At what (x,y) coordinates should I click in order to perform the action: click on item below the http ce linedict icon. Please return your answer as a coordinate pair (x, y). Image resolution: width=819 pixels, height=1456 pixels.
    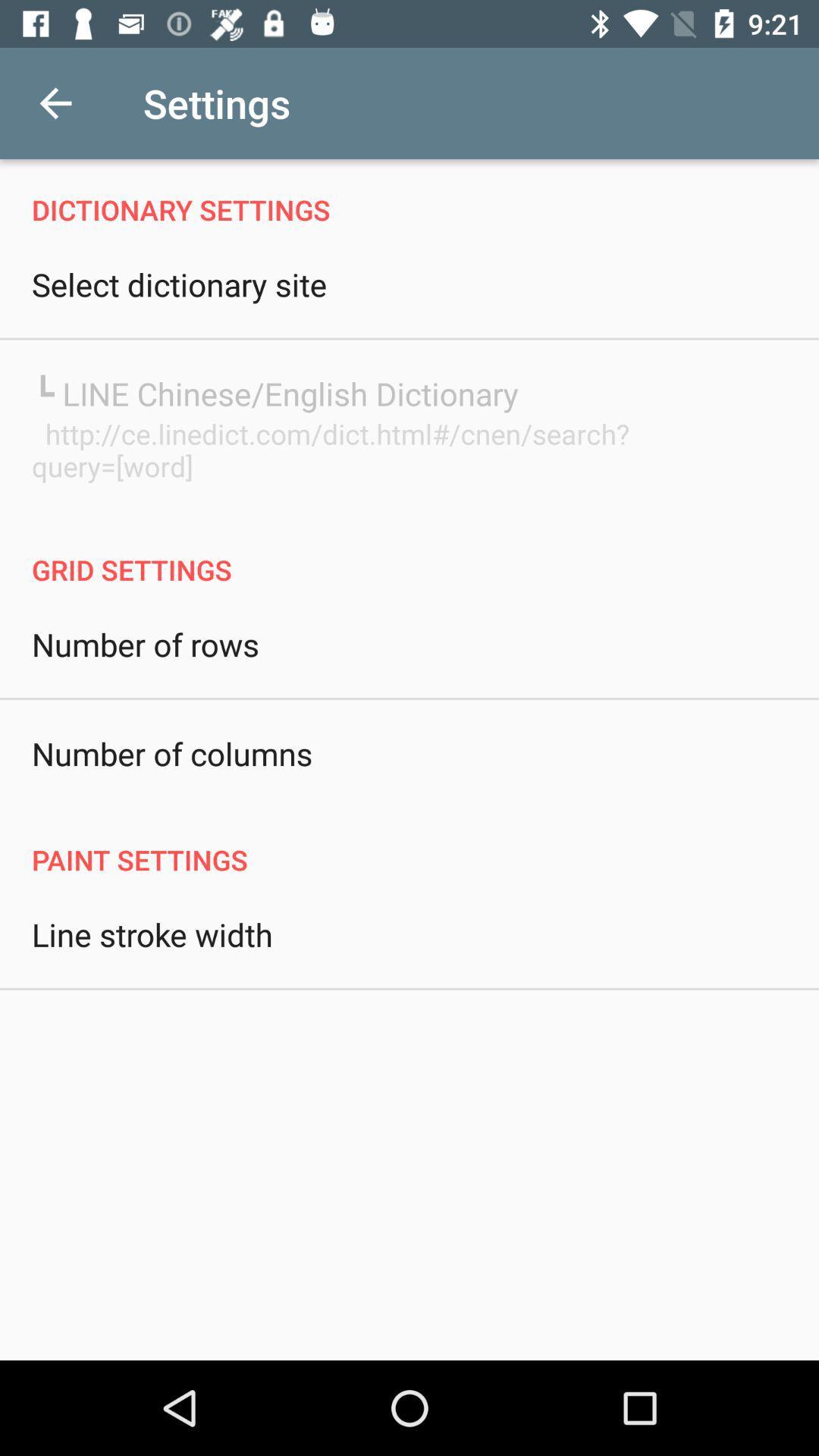
    Looking at the image, I should click on (409, 553).